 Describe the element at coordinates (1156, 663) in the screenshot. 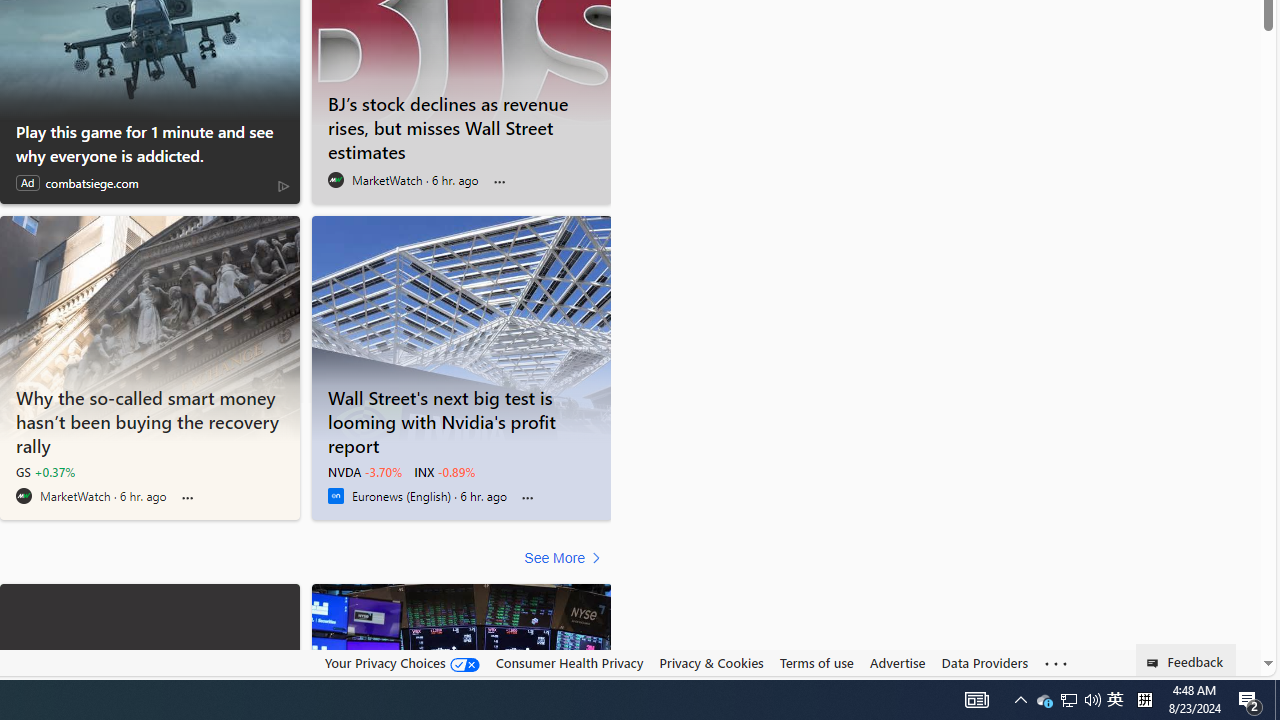

I see `'Class: feedback_link_icon-DS-EntryPoint1-1'` at that location.